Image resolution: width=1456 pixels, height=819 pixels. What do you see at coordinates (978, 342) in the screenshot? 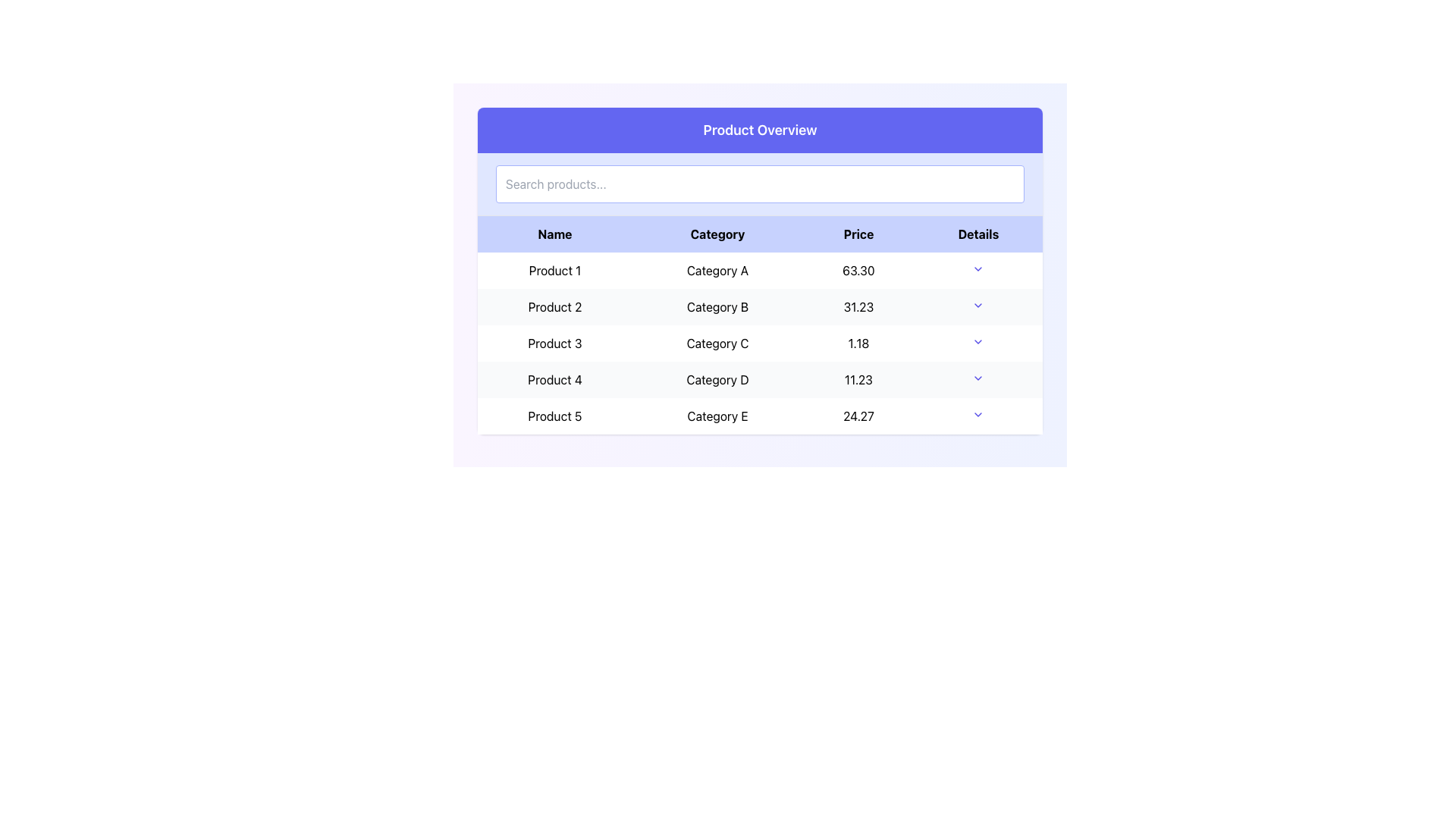
I see `the dropdown toggle icon in the 'Details' column for 'Product 3'` at bounding box center [978, 342].